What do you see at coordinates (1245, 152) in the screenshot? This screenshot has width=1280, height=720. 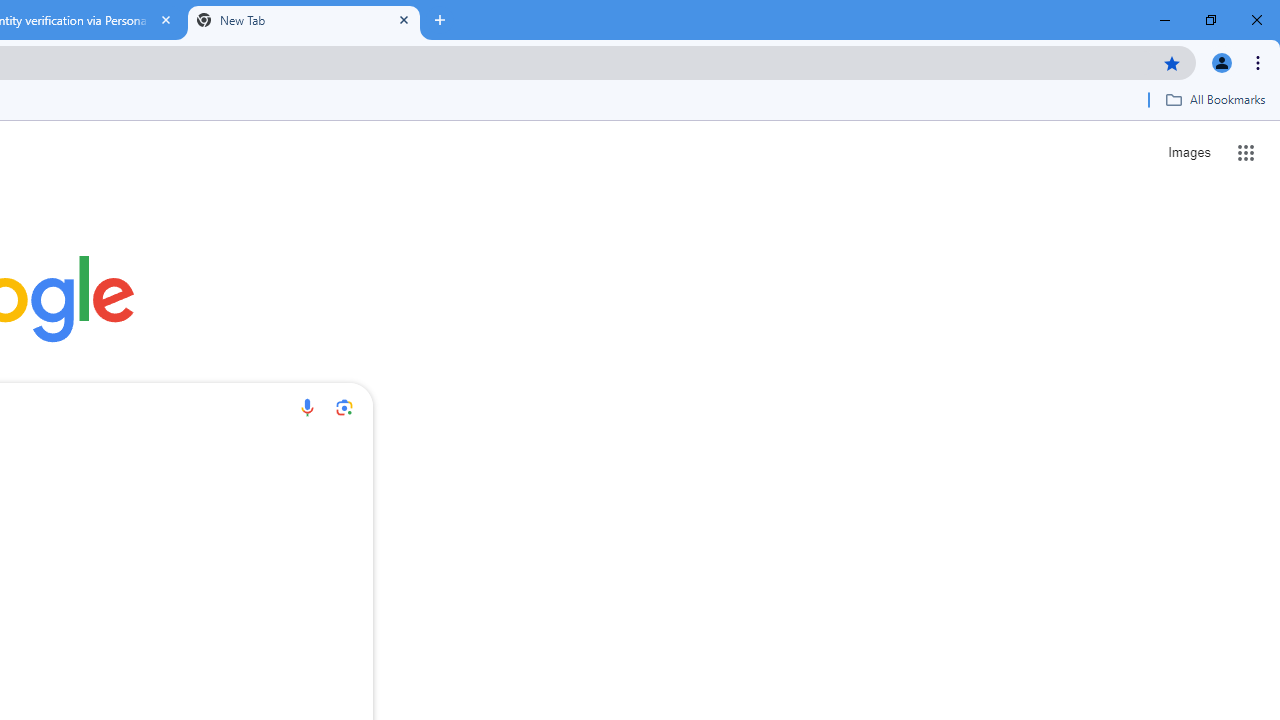 I see `'Google apps'` at bounding box center [1245, 152].